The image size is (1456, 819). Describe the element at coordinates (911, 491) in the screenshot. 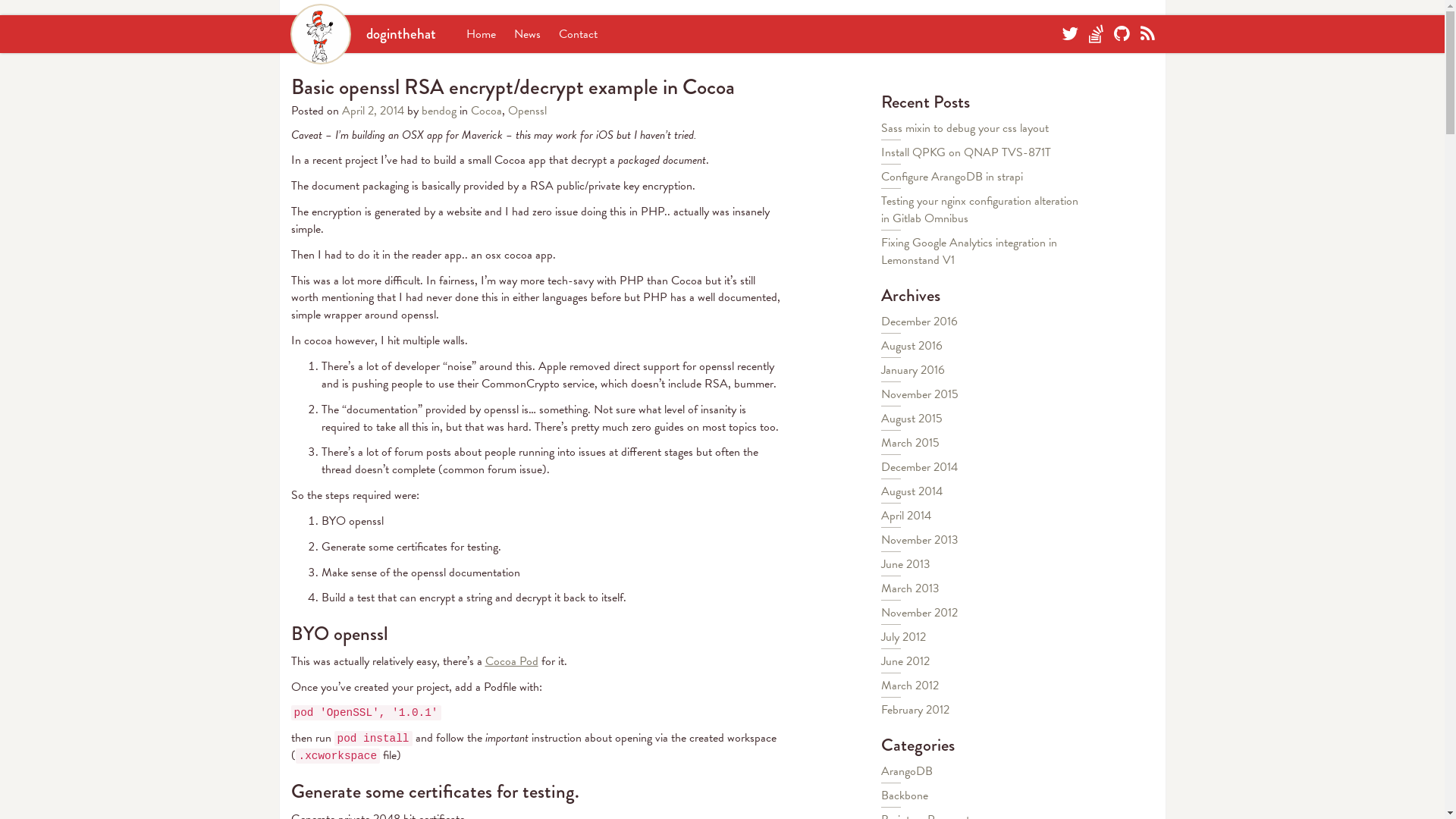

I see `'August 2014'` at that location.